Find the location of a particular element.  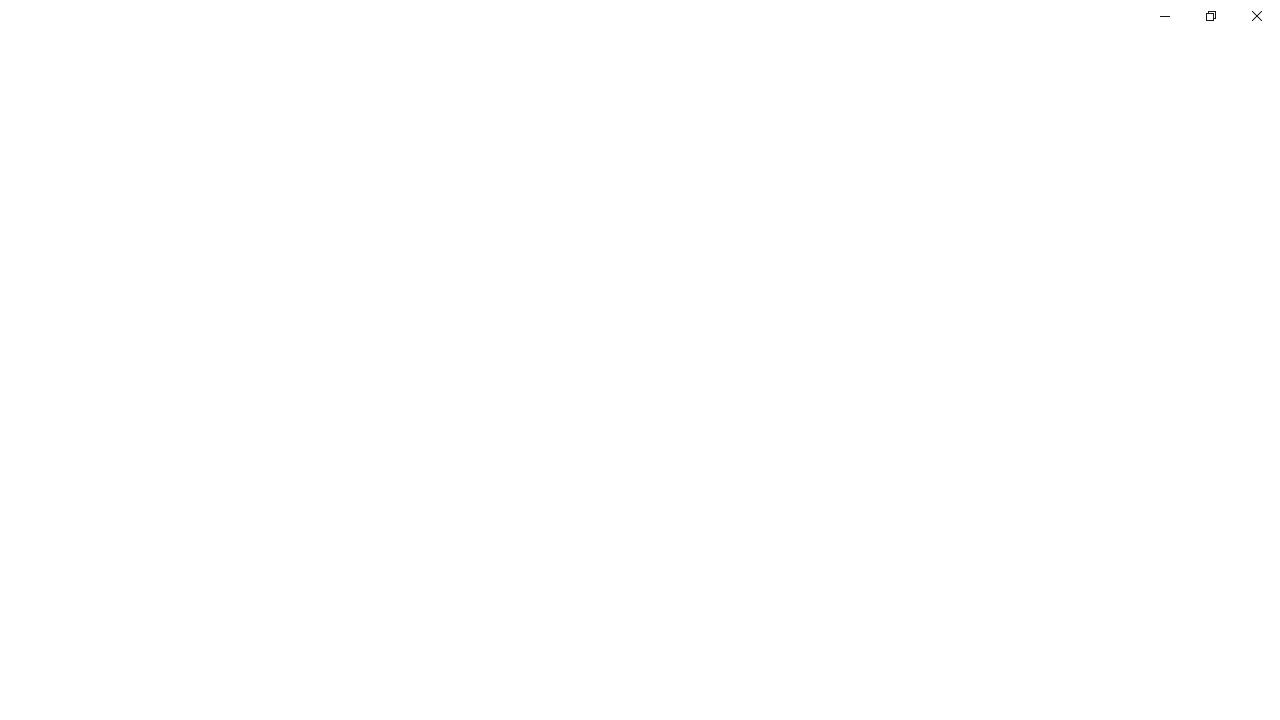

'Restore Settings' is located at coordinates (1209, 15).